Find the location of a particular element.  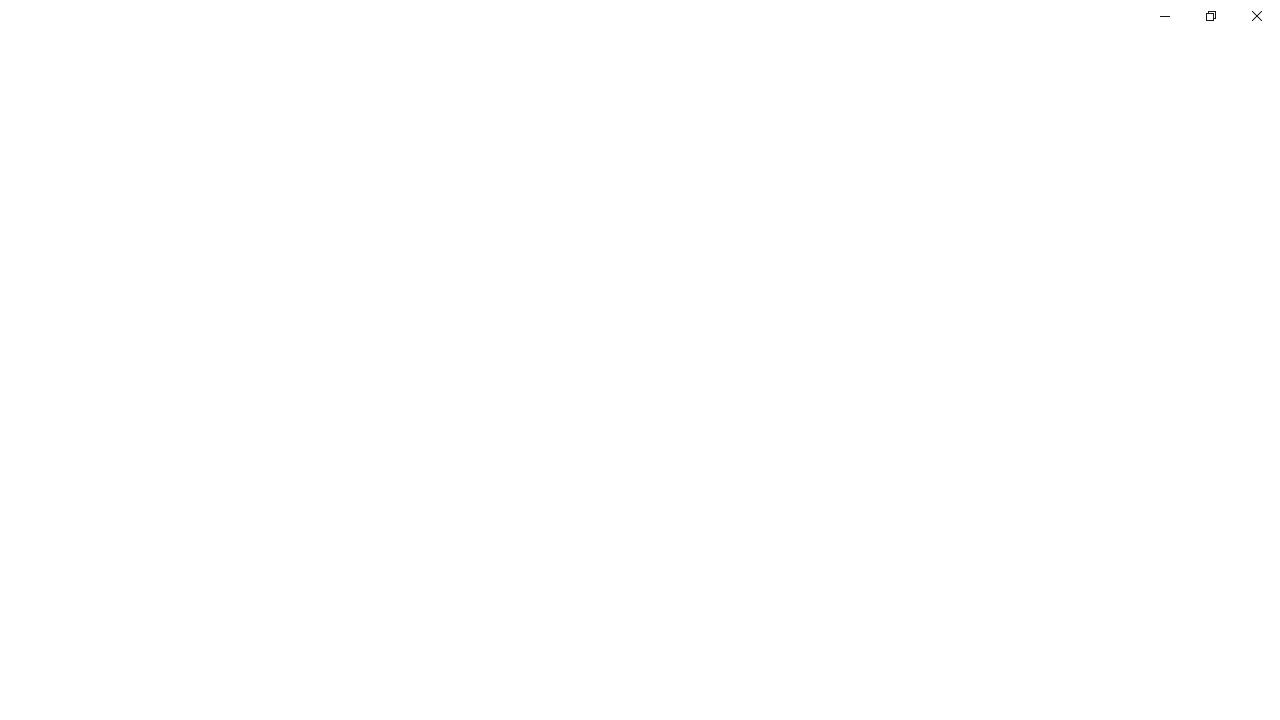

'Restore Settings' is located at coordinates (1209, 15).